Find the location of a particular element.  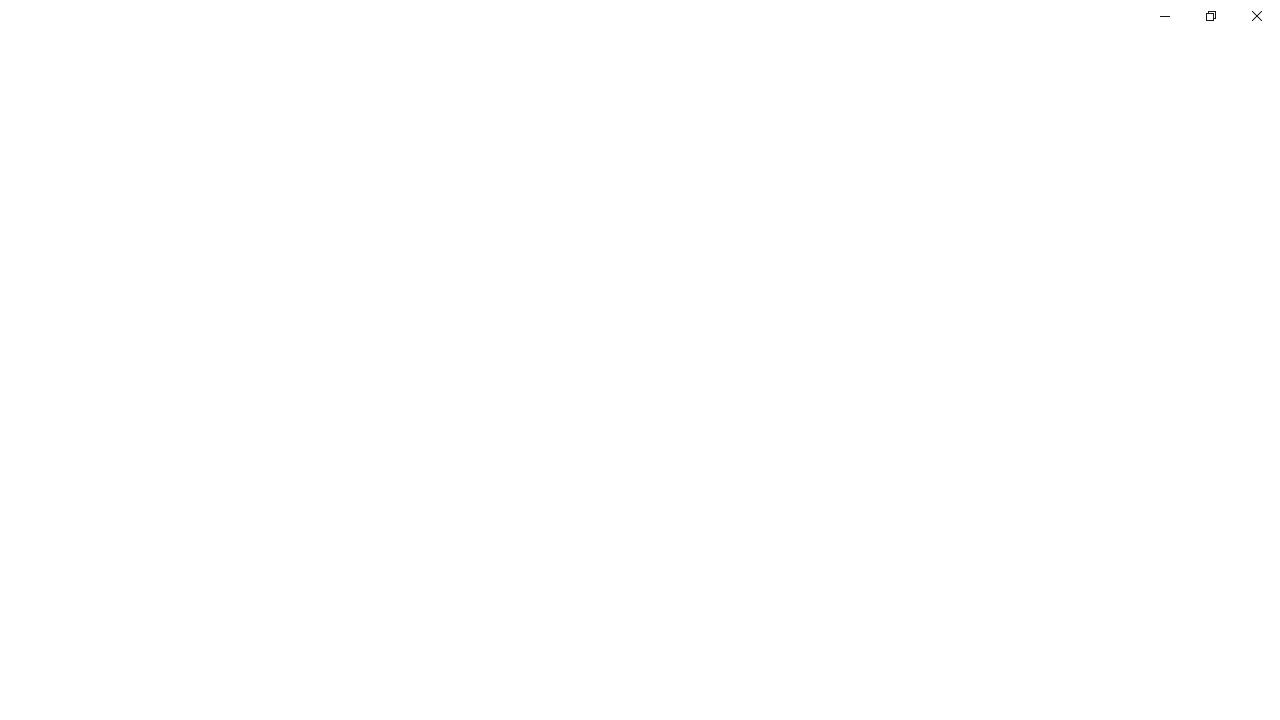

'Restore Settings' is located at coordinates (1209, 15).